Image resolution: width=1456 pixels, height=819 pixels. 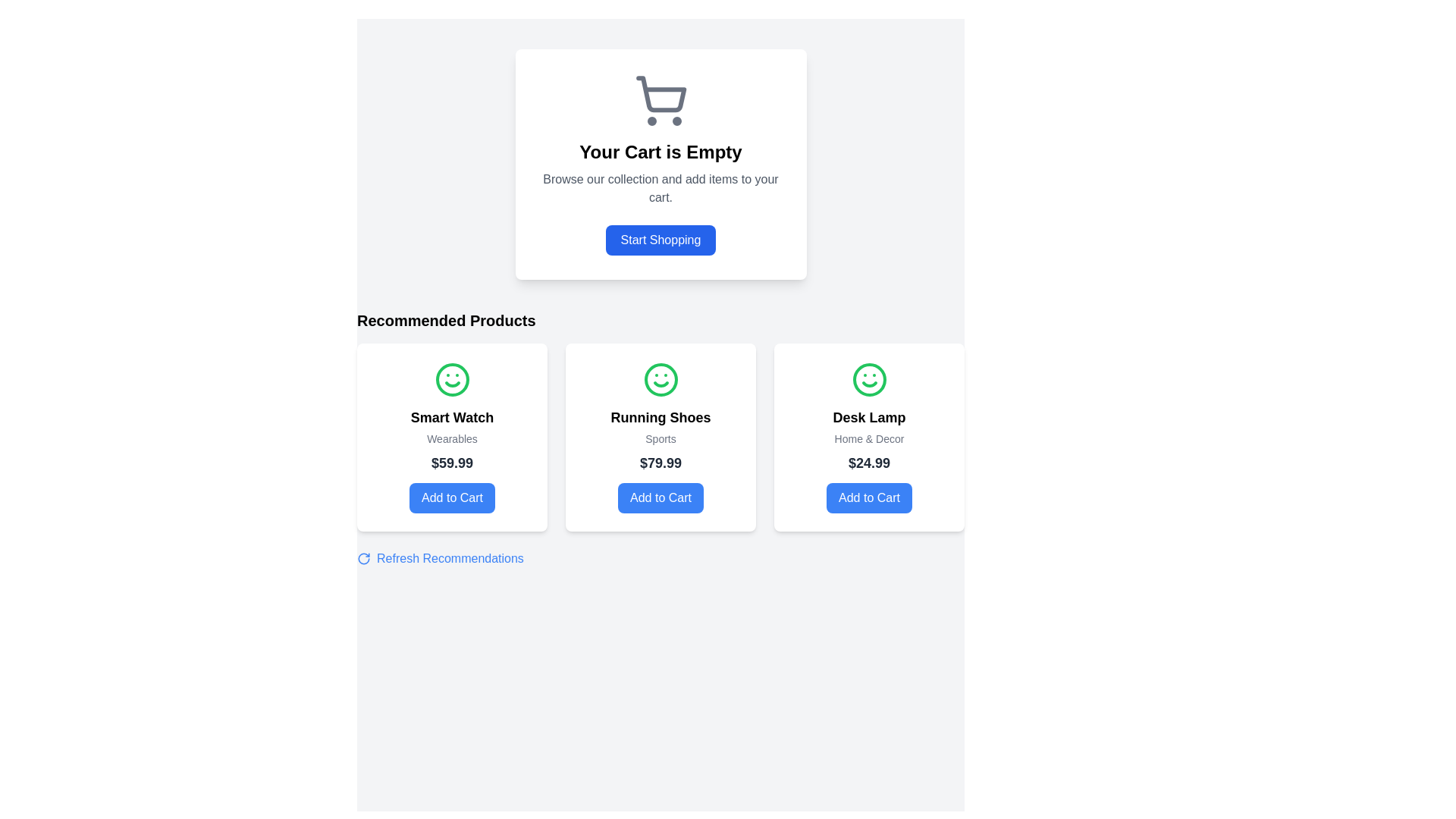 What do you see at coordinates (451, 462) in the screenshot?
I see `the price label indicating the cost of the 'Smart Watch' product in the 'Recommended Products' section, which is located below the product name and category labels, and above the 'Add to Cart' button` at bounding box center [451, 462].